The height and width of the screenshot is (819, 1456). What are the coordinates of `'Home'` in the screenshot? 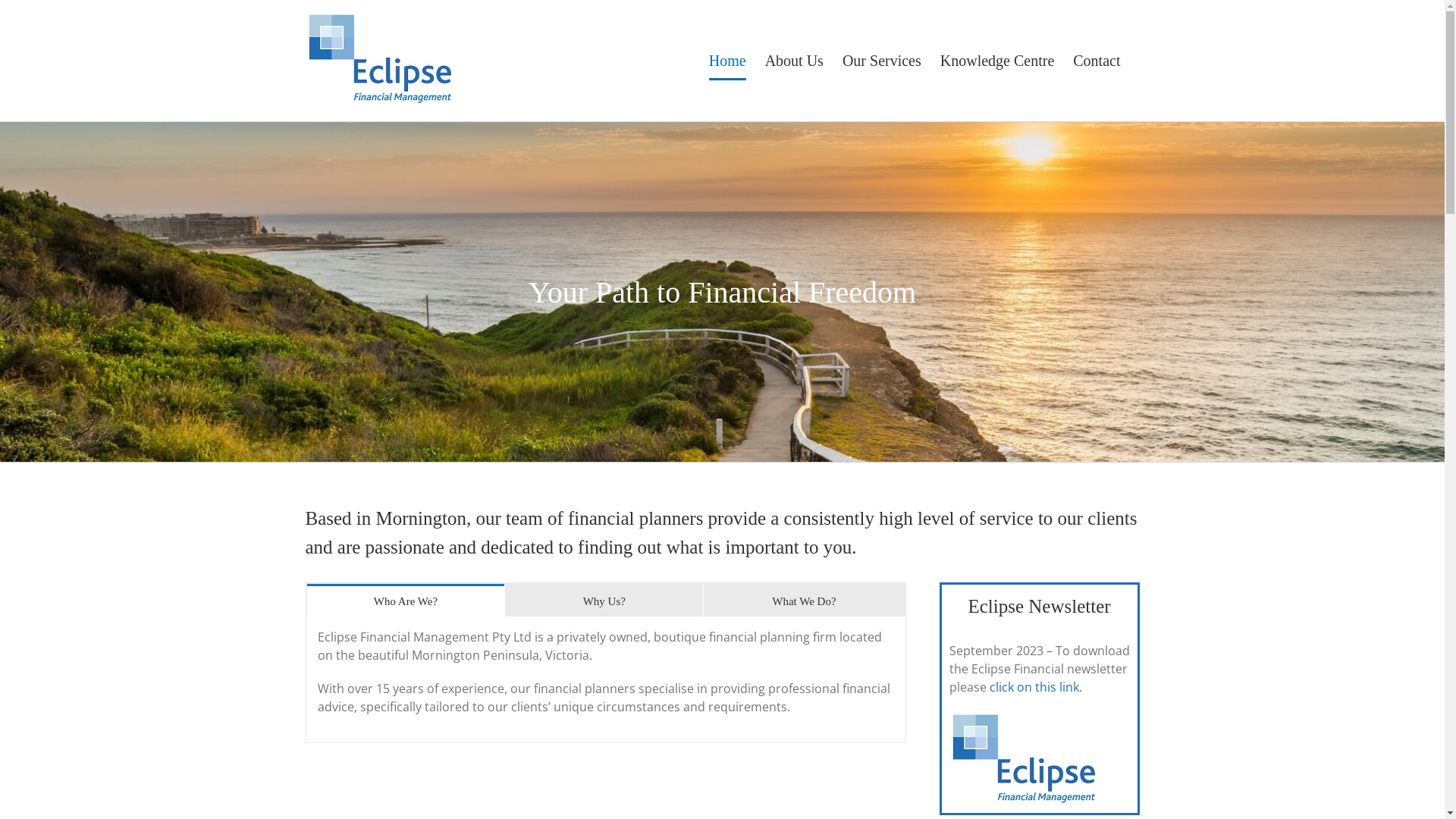 It's located at (708, 60).